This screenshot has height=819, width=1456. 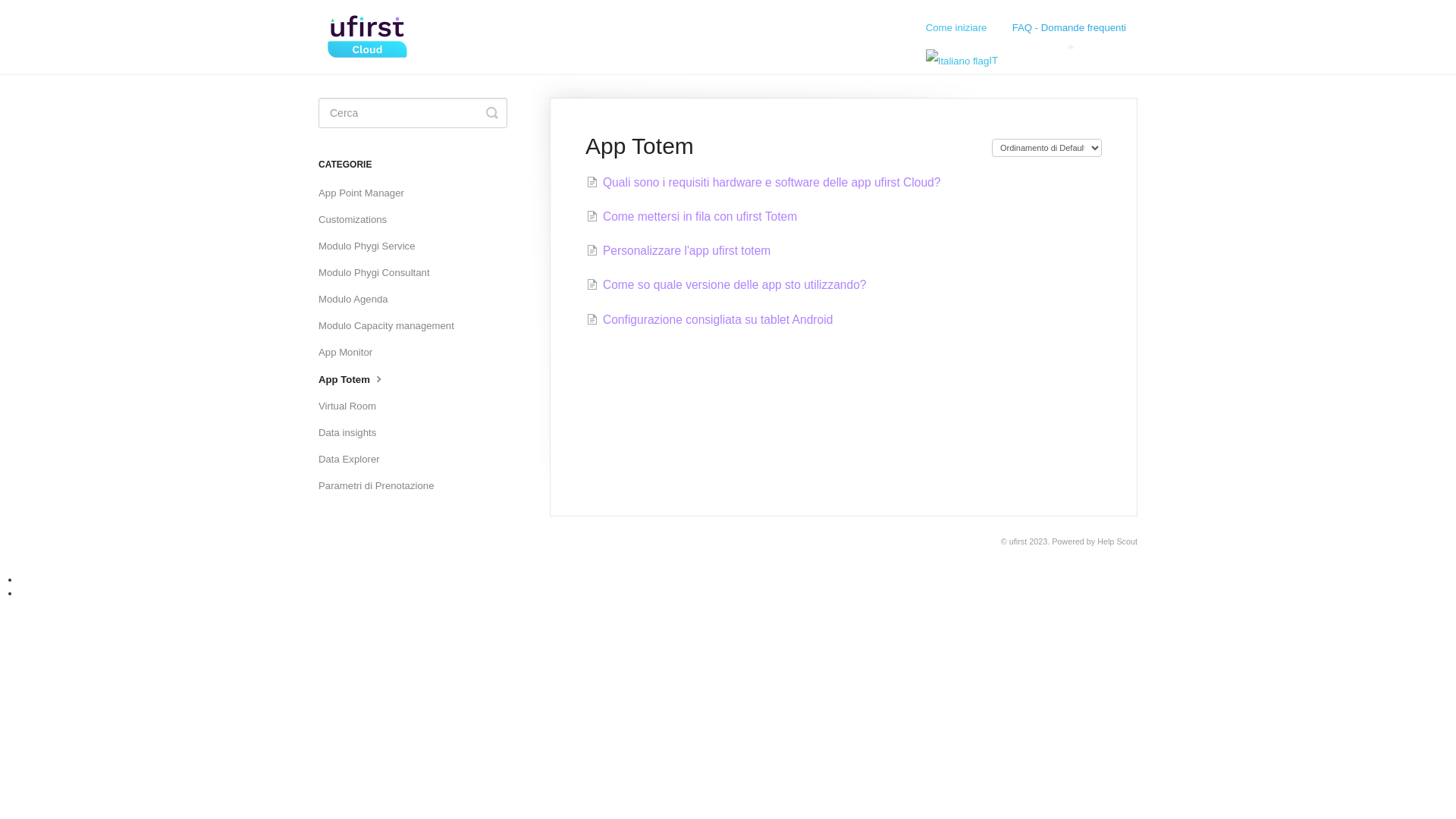 I want to click on 'Modulo Phygi Service', so click(x=318, y=245).